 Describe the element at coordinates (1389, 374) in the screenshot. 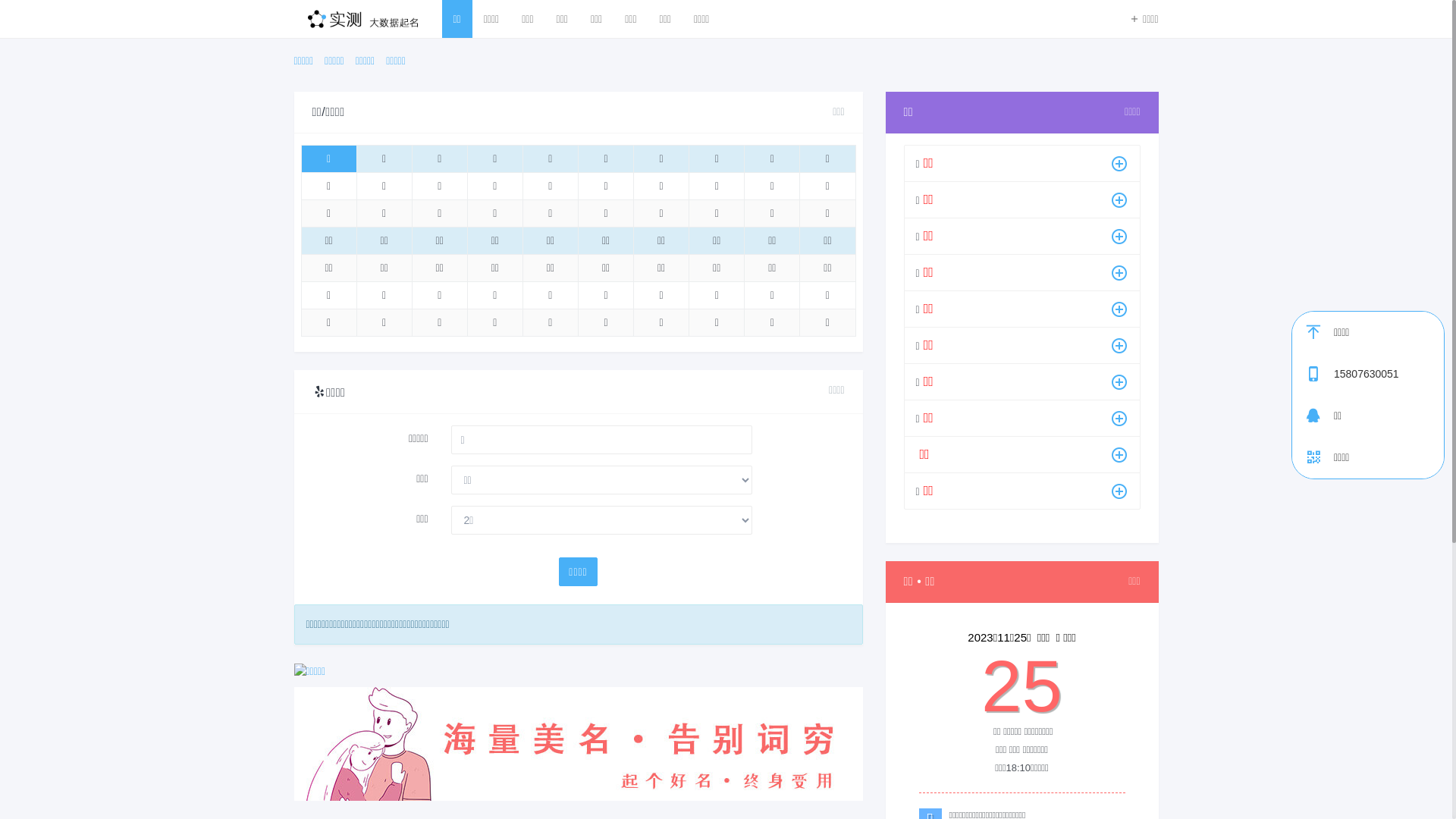

I see `'15807630051'` at that location.